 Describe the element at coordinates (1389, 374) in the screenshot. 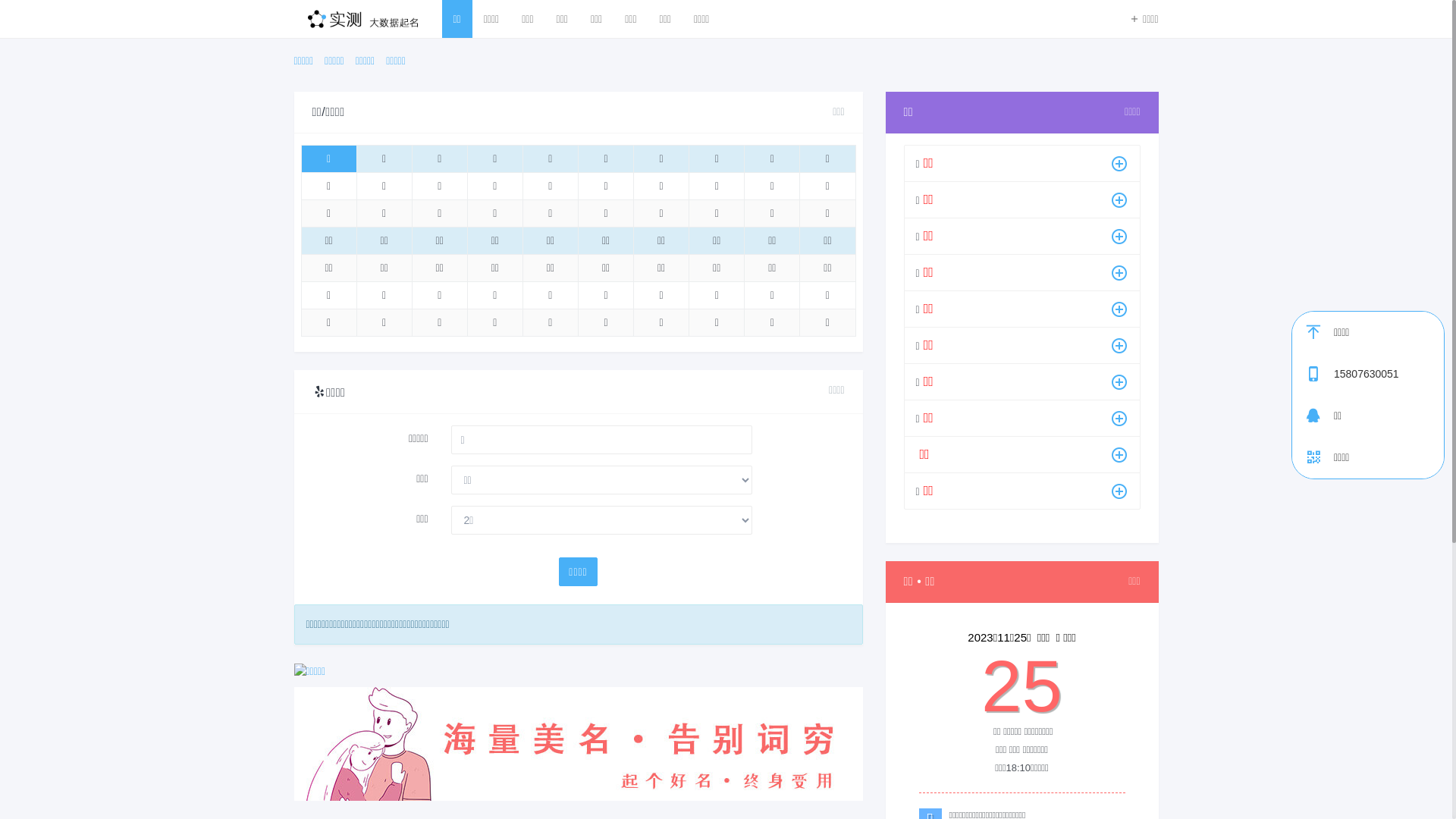

I see `'15807630051'` at that location.